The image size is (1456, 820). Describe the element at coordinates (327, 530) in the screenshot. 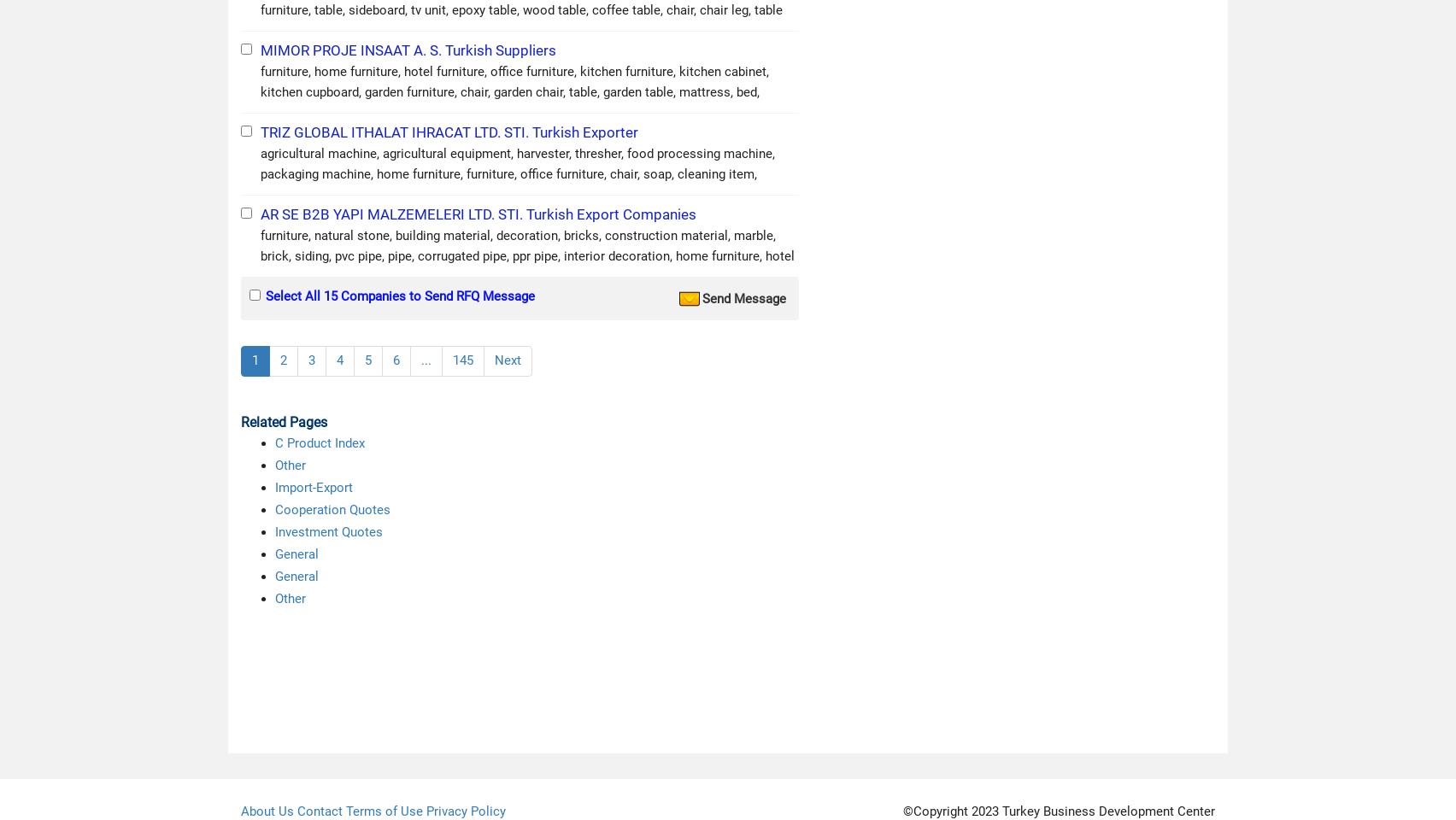

I see `'Investment Quotes'` at that location.